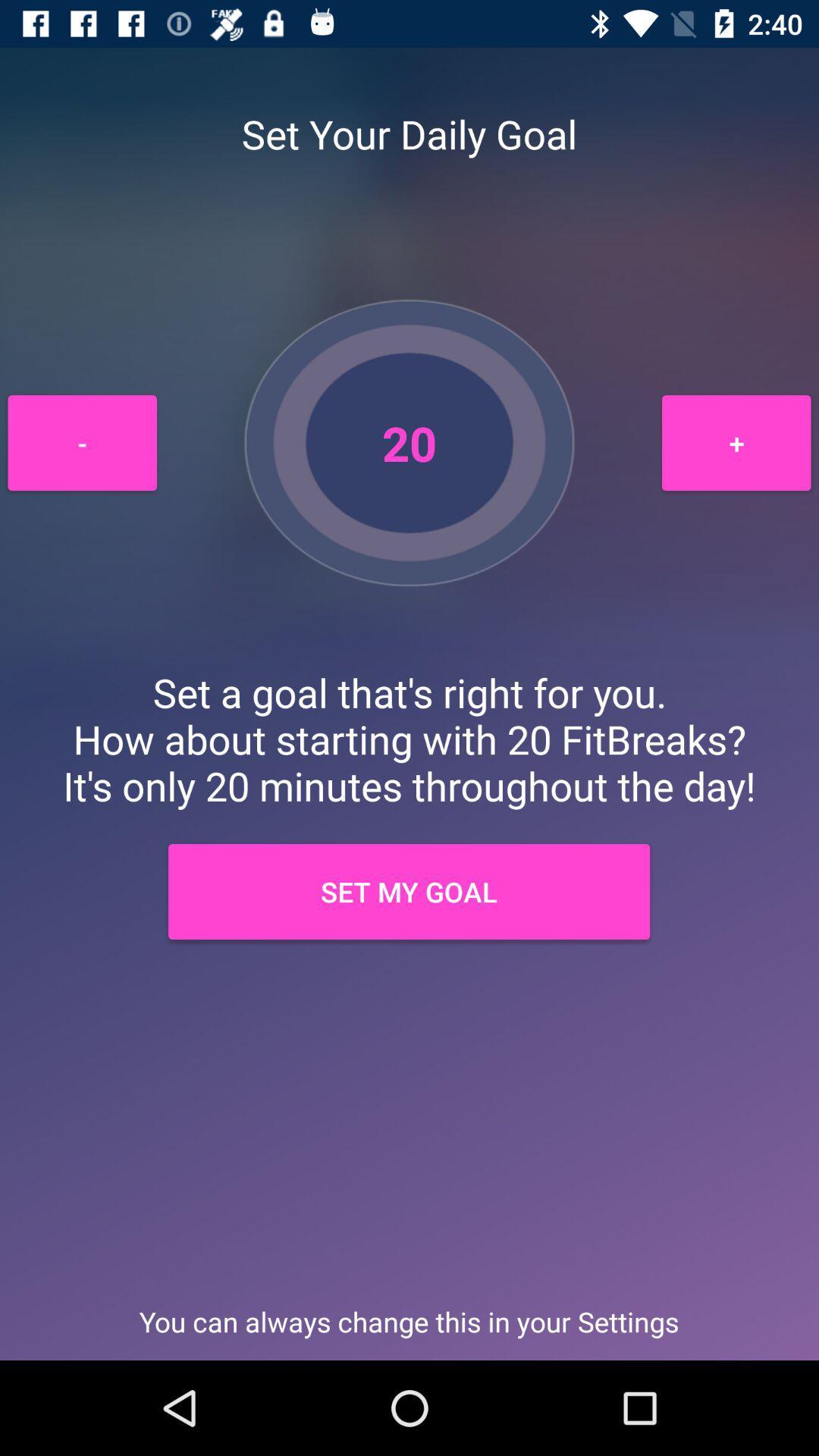  Describe the element at coordinates (82, 442) in the screenshot. I see `- at the top left corner` at that location.